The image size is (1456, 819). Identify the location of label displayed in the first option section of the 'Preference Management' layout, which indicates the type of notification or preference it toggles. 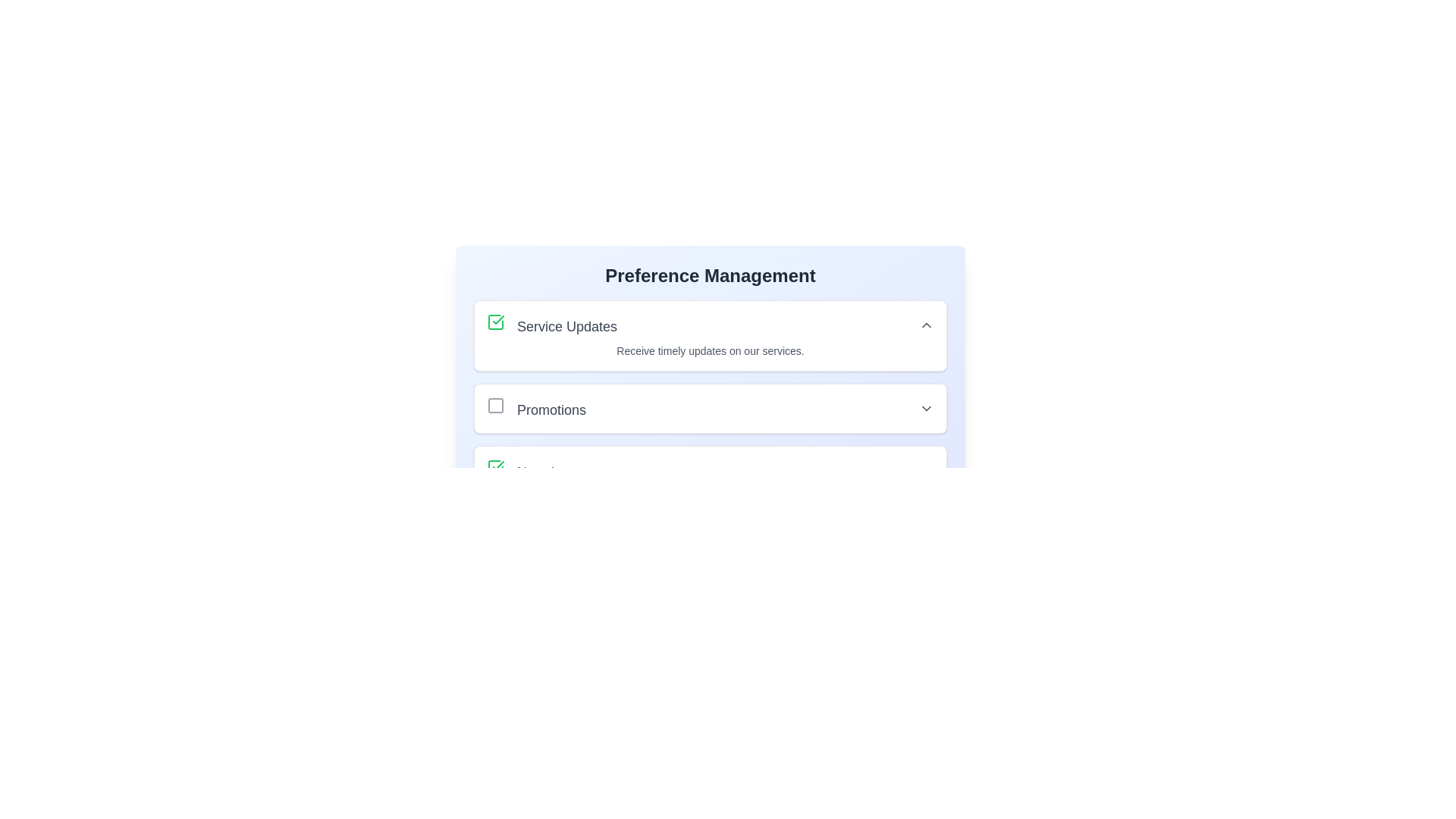
(551, 324).